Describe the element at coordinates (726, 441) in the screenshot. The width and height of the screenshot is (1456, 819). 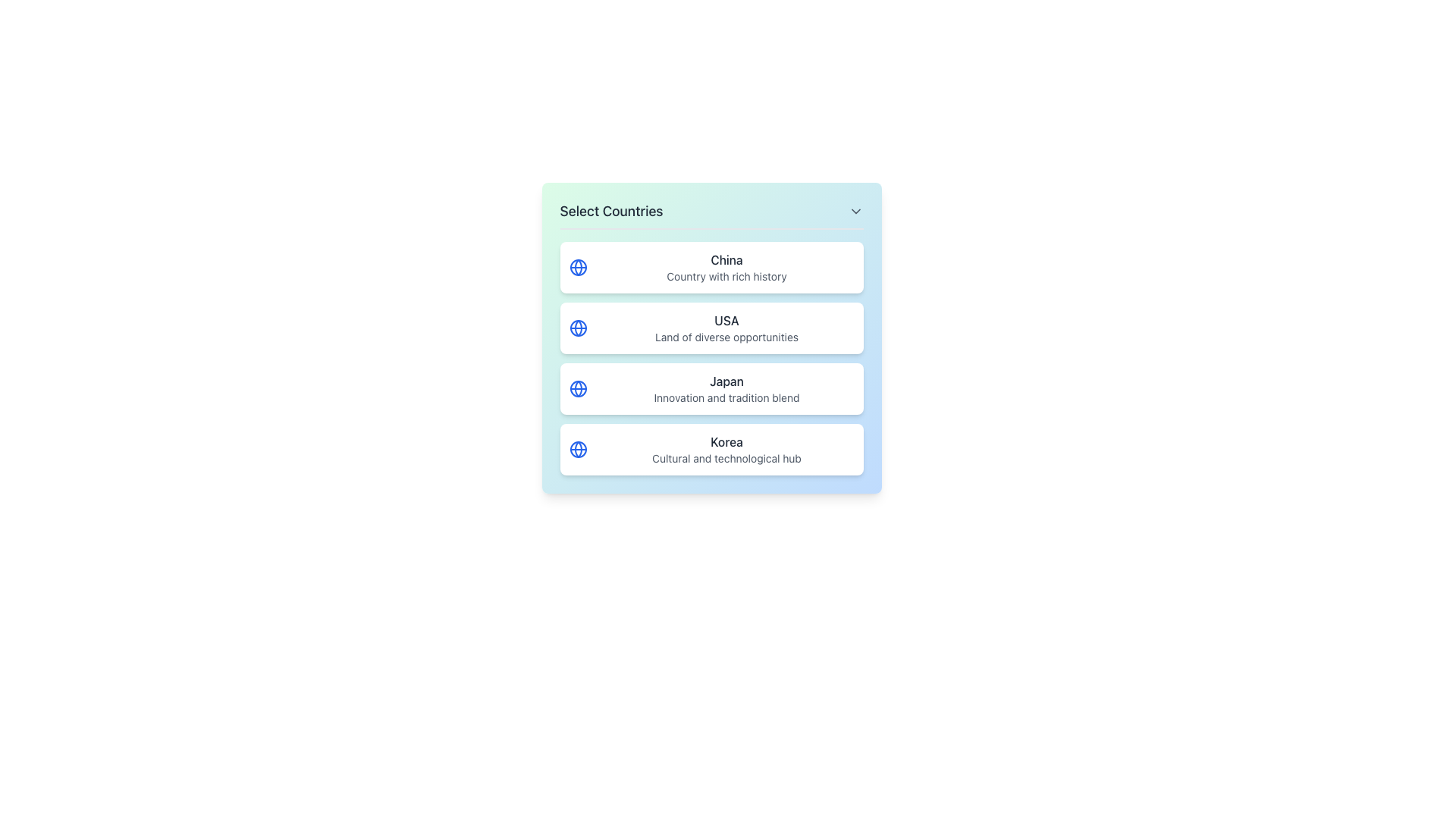
I see `the text label in the fourth row of the list` at that location.